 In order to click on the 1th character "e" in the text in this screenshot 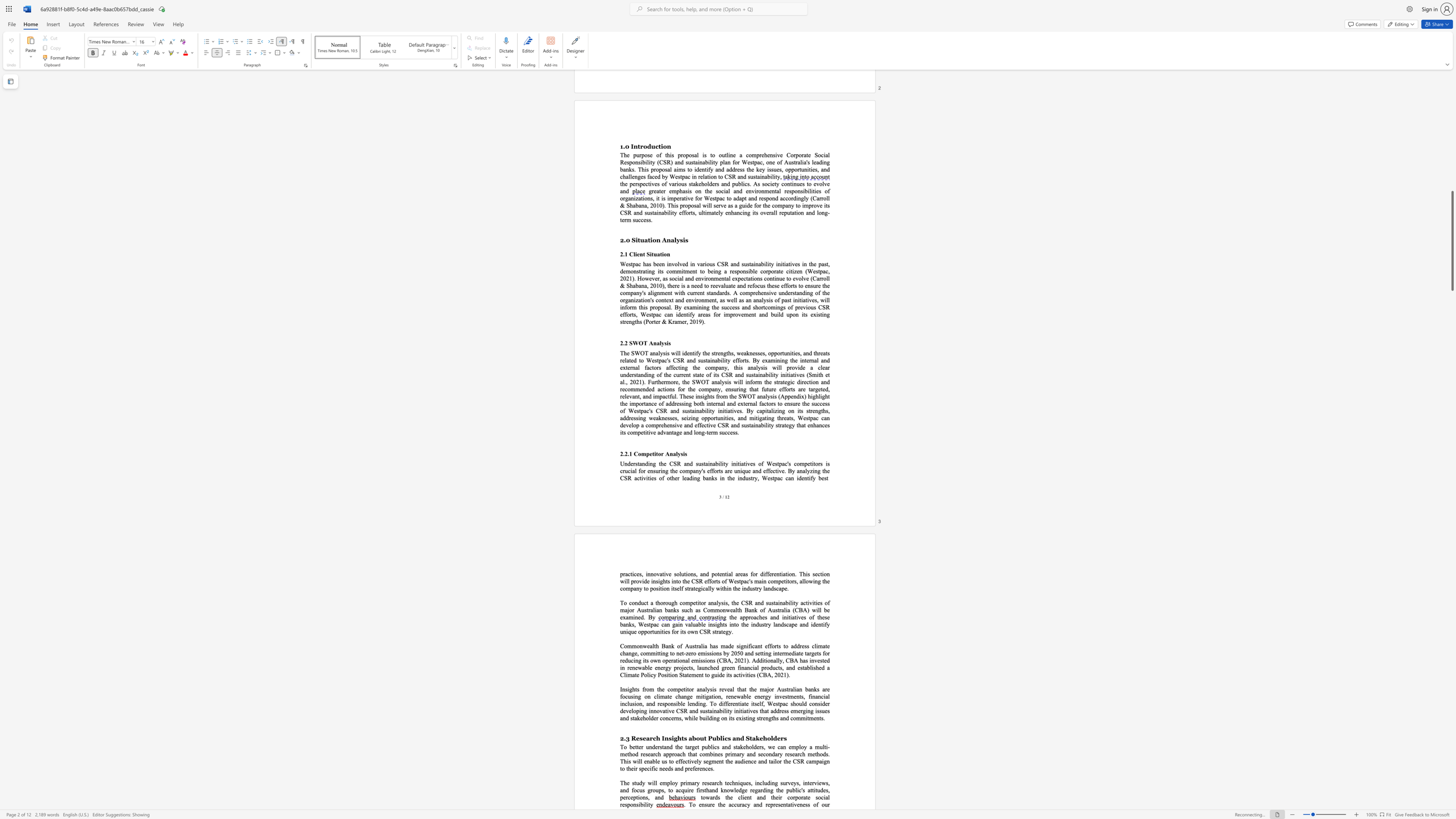, I will do `click(737, 790)`.